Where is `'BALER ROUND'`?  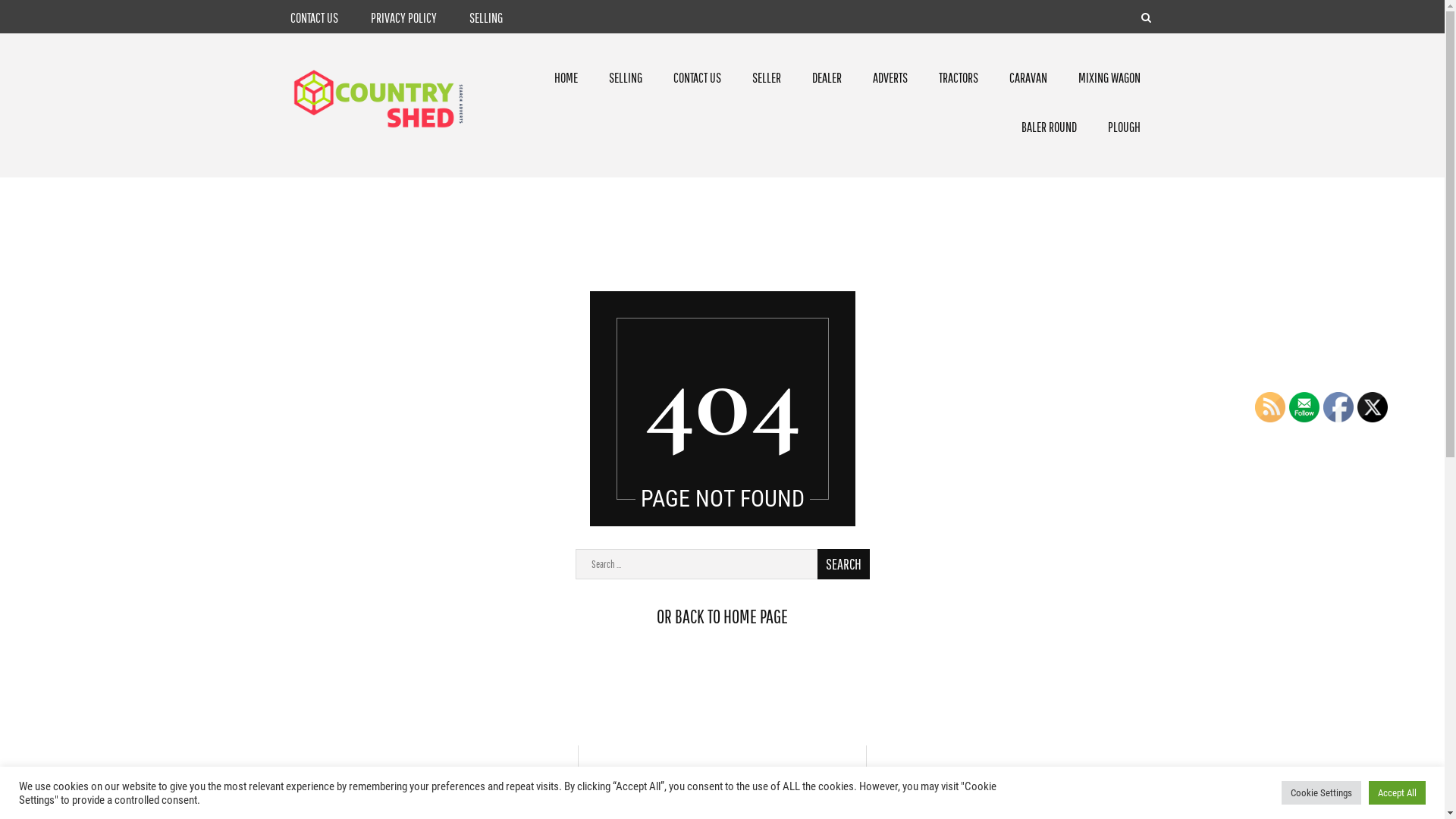 'BALER ROUND' is located at coordinates (1048, 126).